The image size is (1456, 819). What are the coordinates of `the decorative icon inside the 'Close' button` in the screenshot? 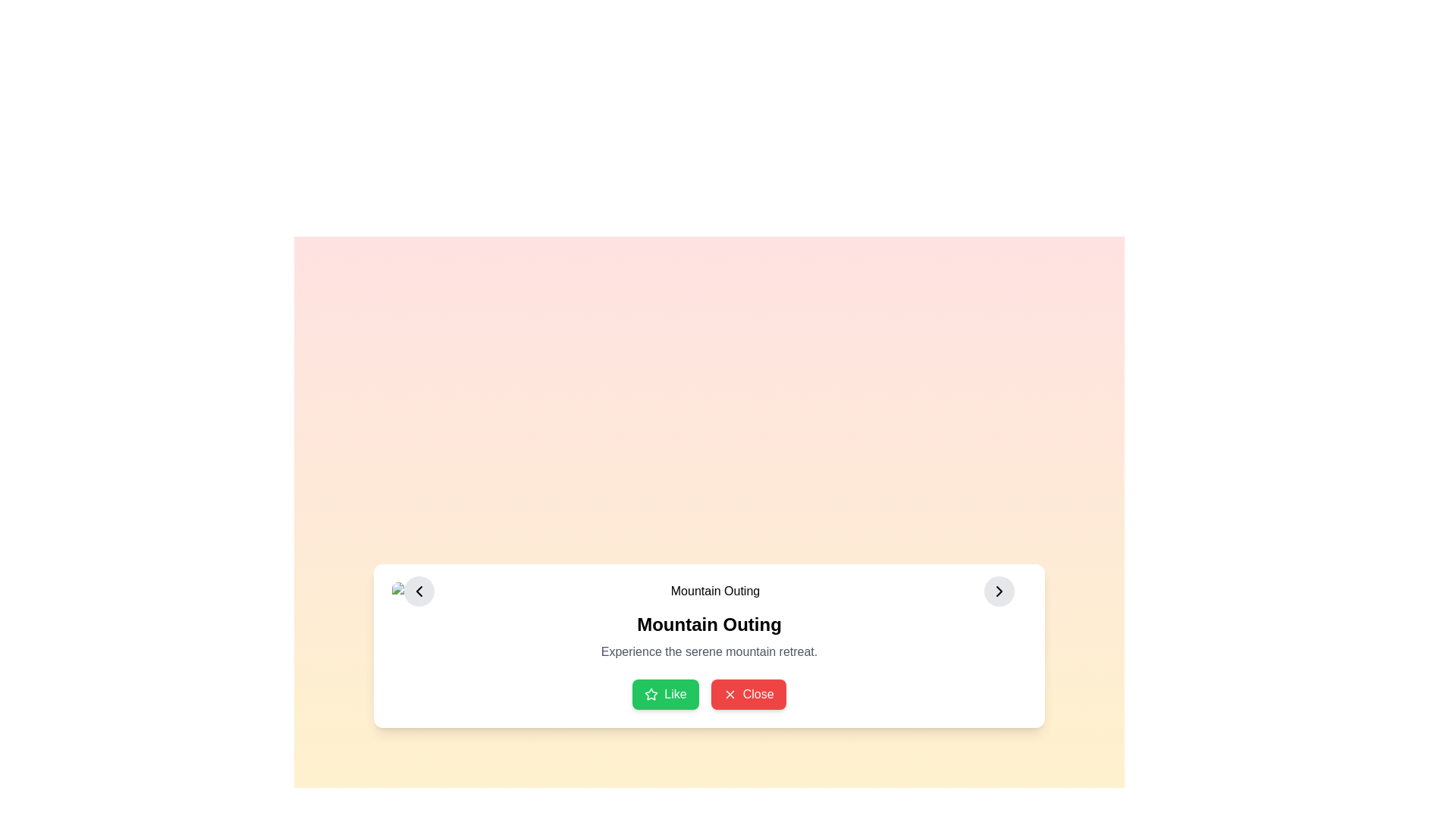 It's located at (730, 694).